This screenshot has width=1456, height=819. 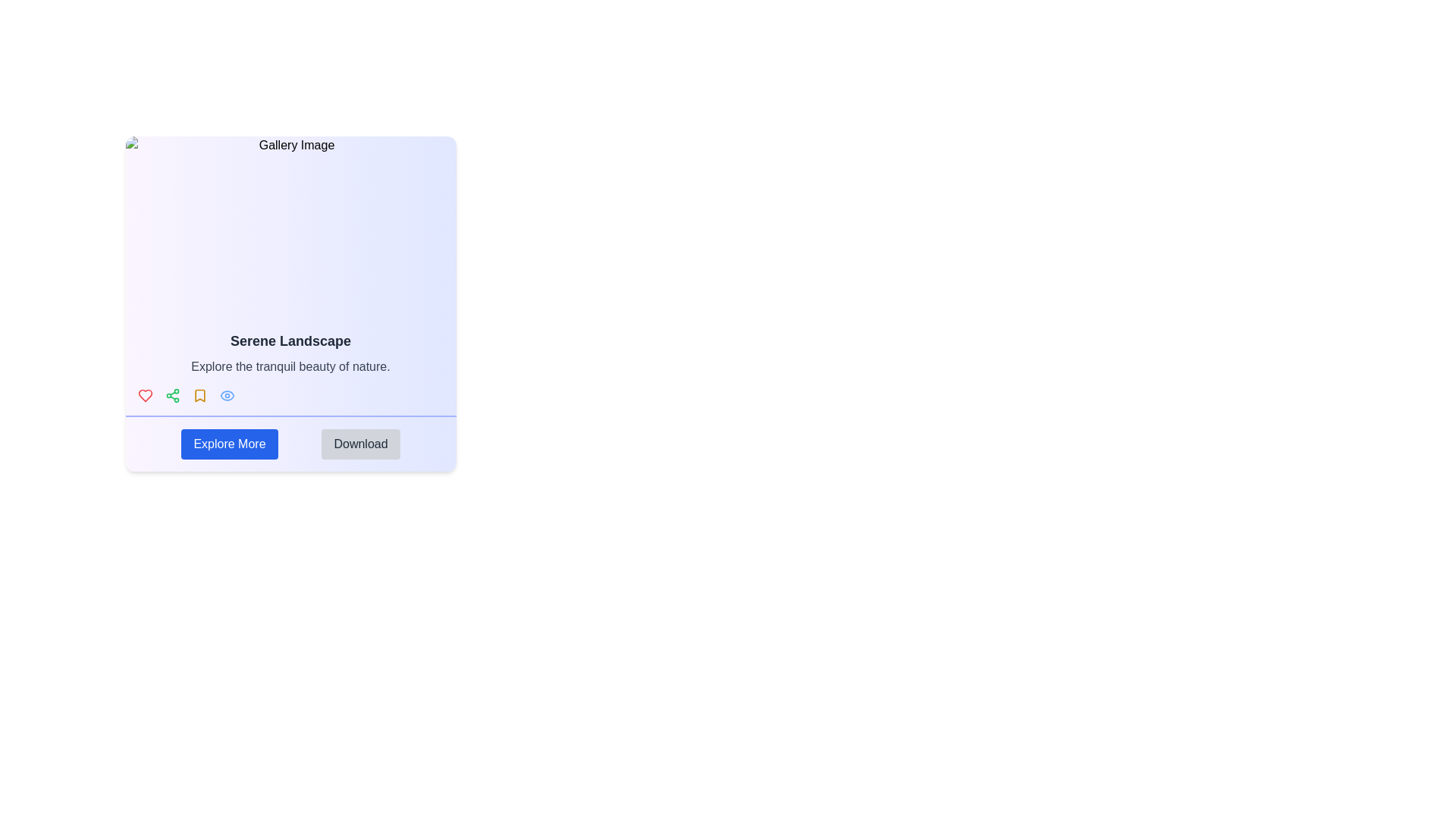 What do you see at coordinates (172, 394) in the screenshot?
I see `the green share icon, which is the second icon from the left in the top section of a card layout, positioned between a red heart icon and a yellow bookmark icon` at bounding box center [172, 394].